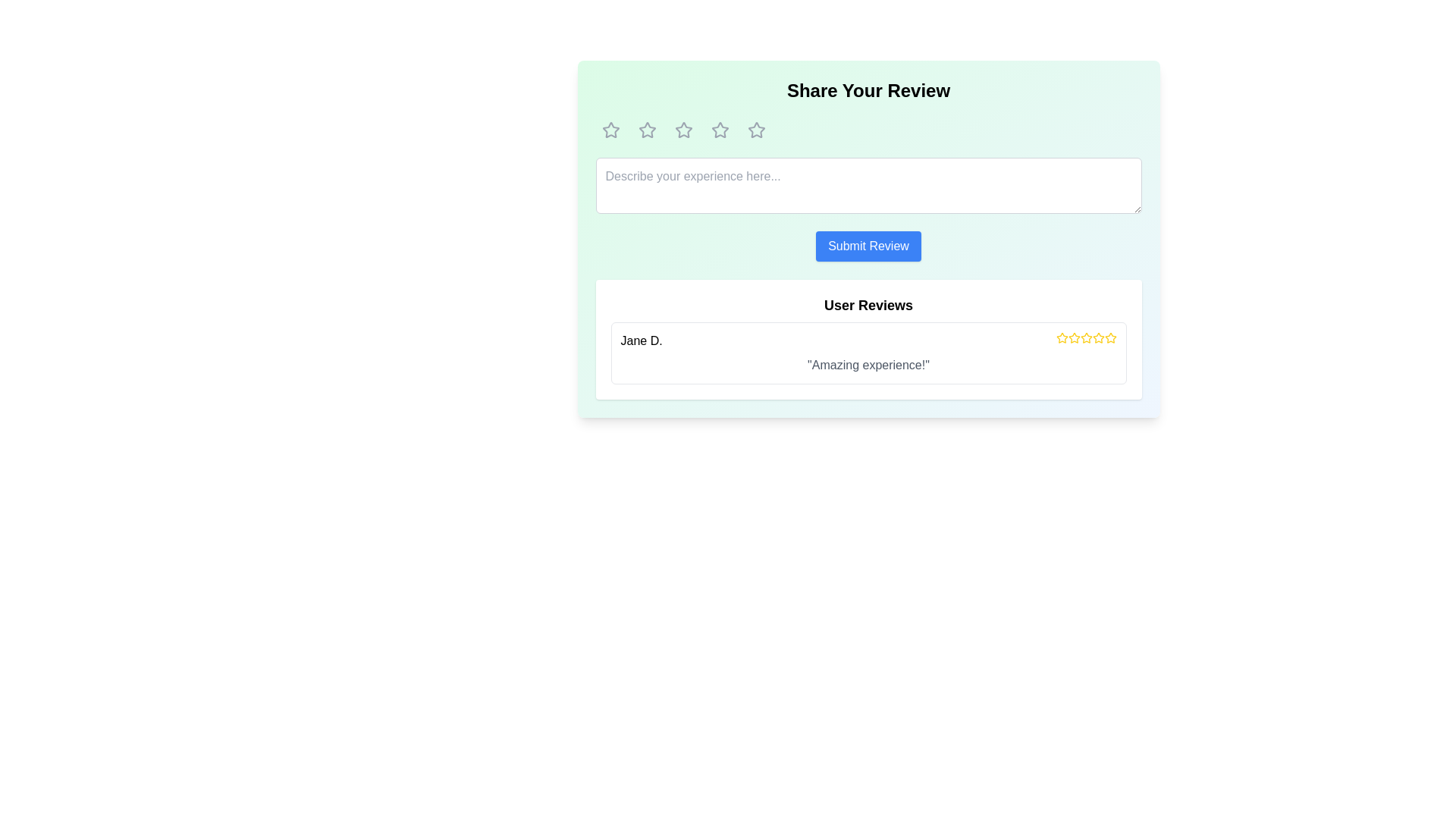 The image size is (1456, 819). Describe the element at coordinates (682, 129) in the screenshot. I see `the second star icon in the rating interface to provide a rating in the 'Share Your Review' section` at that location.